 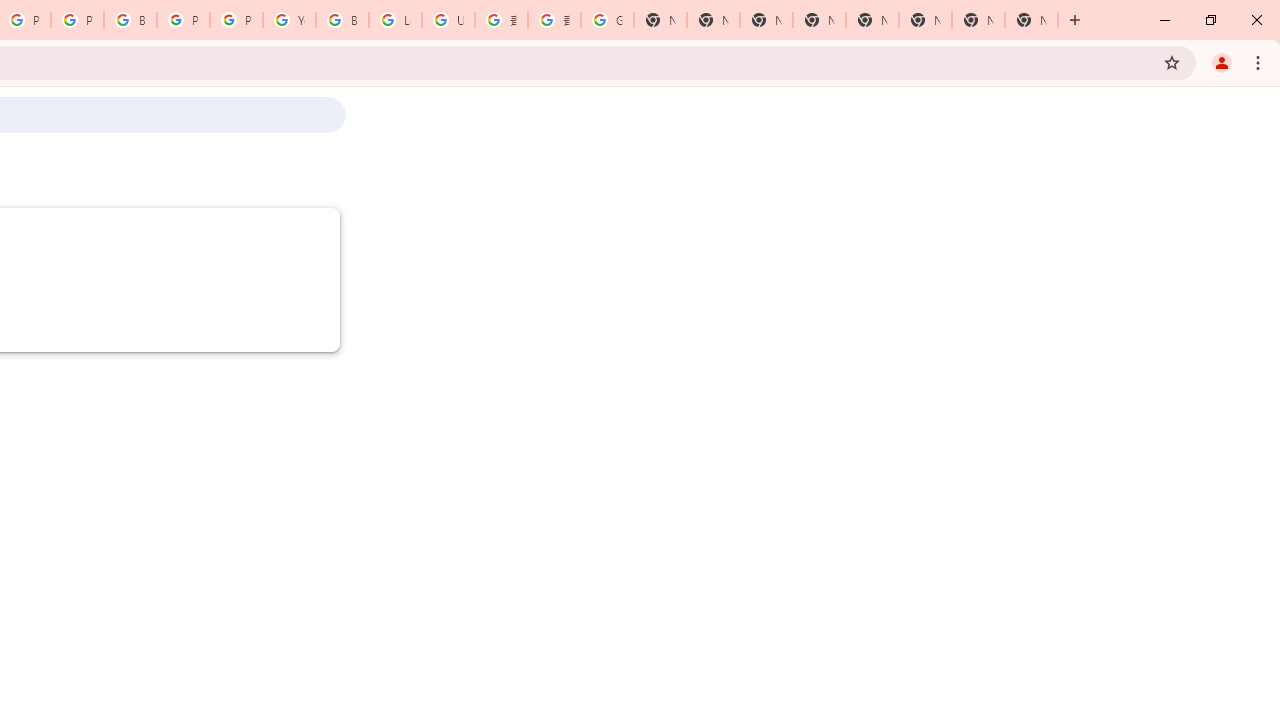 What do you see at coordinates (1031, 20) in the screenshot?
I see `'New Tab'` at bounding box center [1031, 20].